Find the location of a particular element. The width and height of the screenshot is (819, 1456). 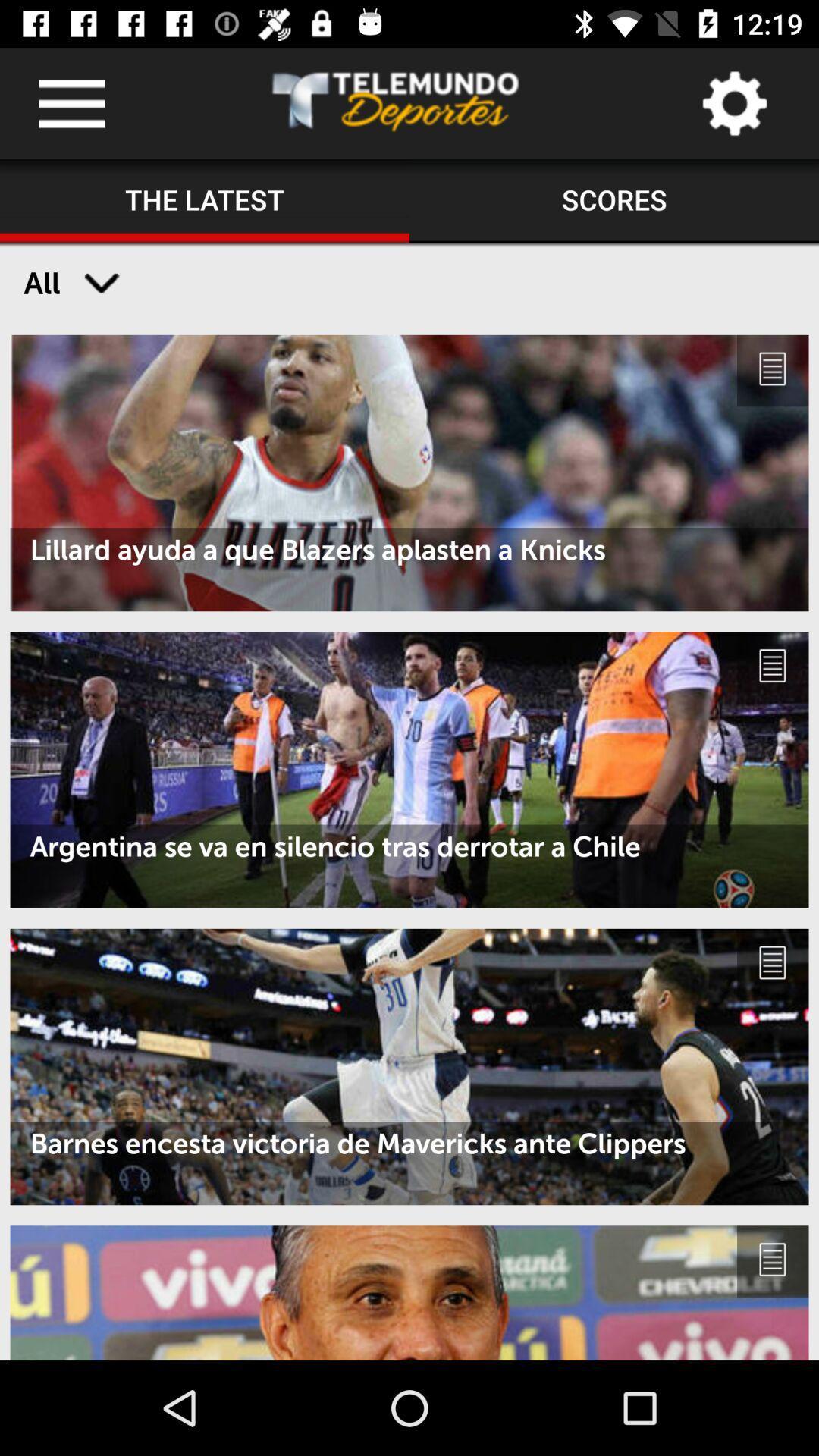

the icon above the the latest icon is located at coordinates (396, 102).